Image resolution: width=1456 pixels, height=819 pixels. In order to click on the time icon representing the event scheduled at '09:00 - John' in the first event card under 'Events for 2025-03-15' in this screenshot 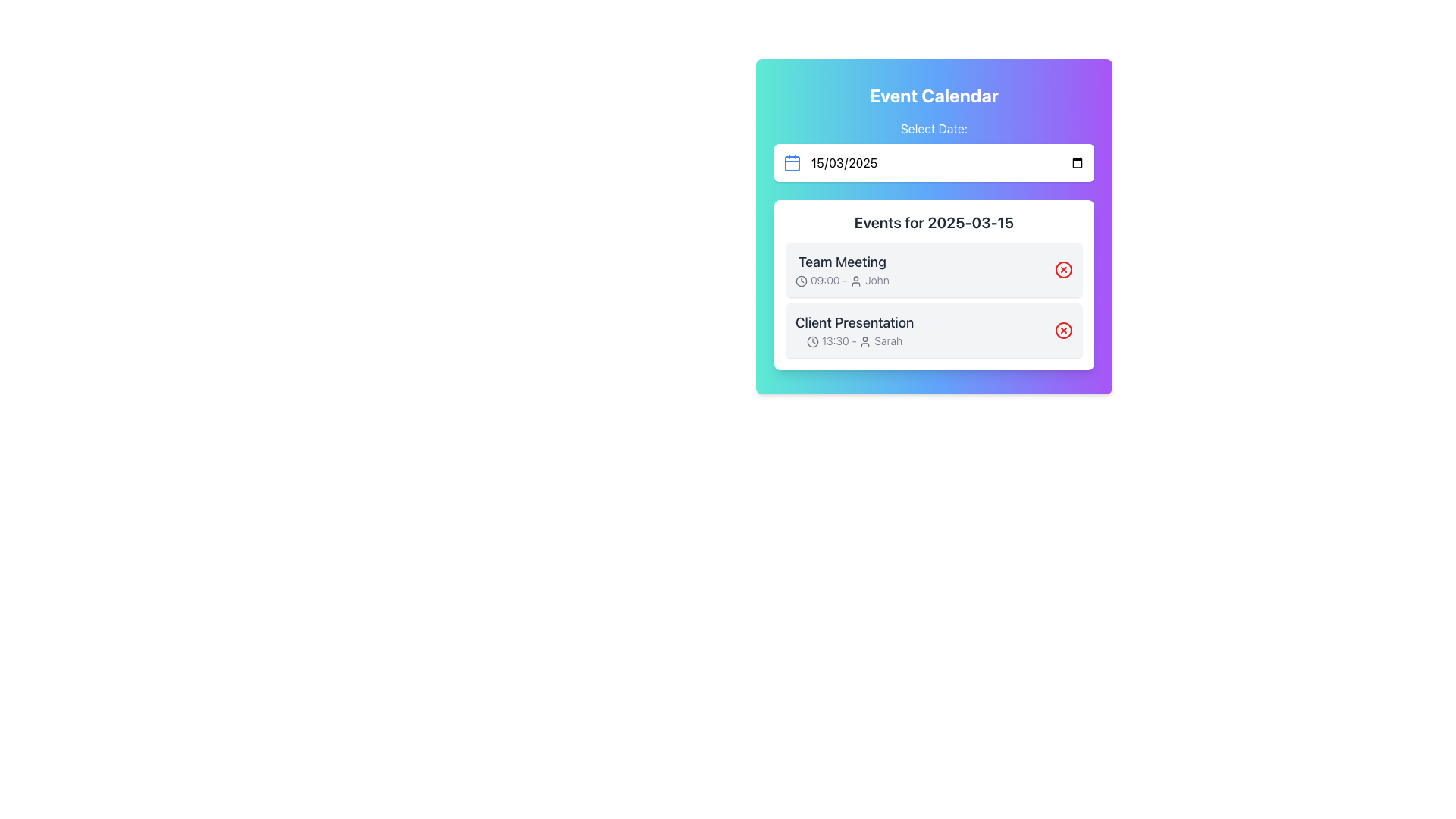, I will do `click(800, 281)`.